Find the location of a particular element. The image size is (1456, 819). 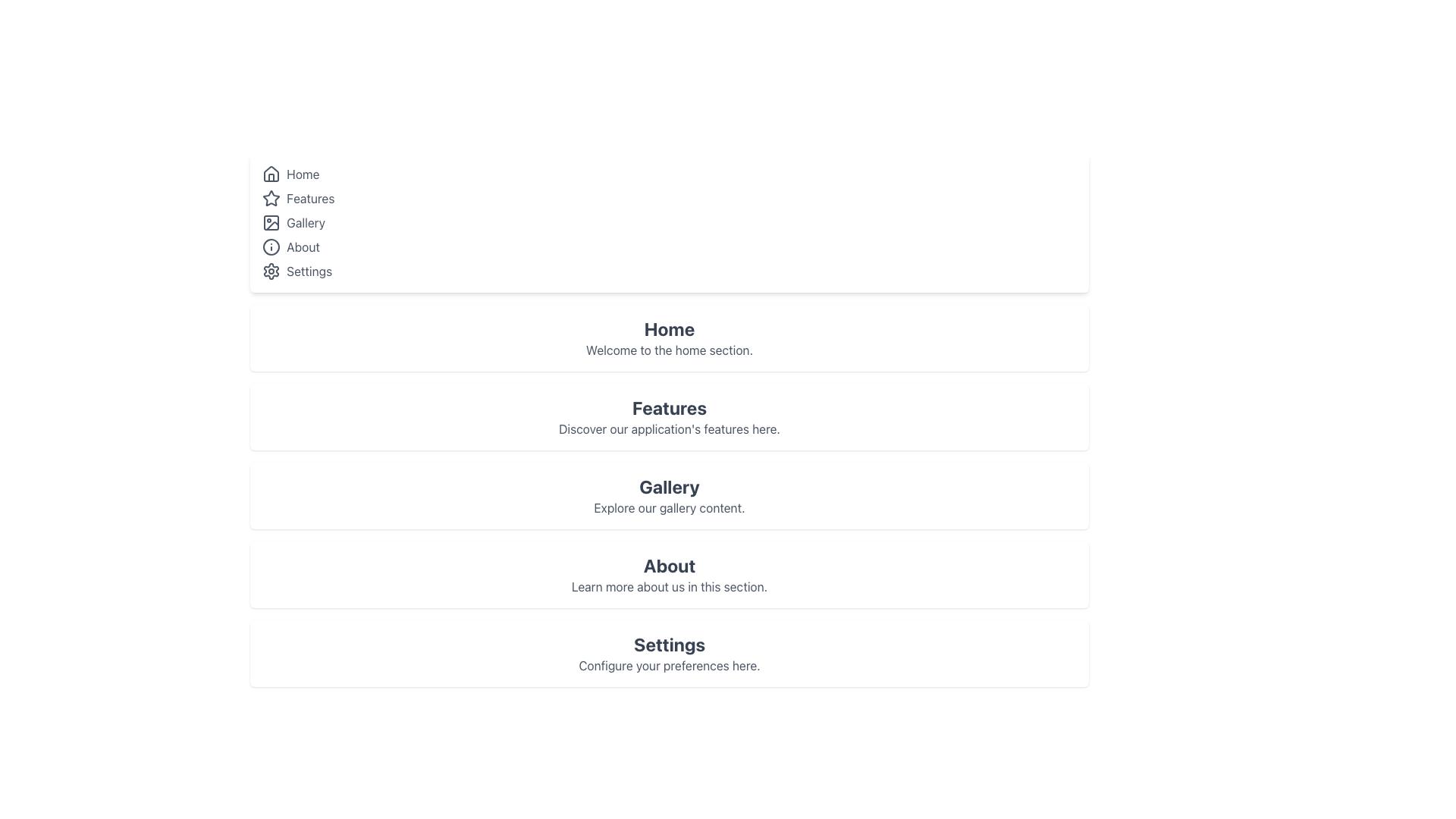

the background rectangular shape supporting the 'Gallery' icon in the navigation list, located directly above the 'About' icon is located at coordinates (271, 222).